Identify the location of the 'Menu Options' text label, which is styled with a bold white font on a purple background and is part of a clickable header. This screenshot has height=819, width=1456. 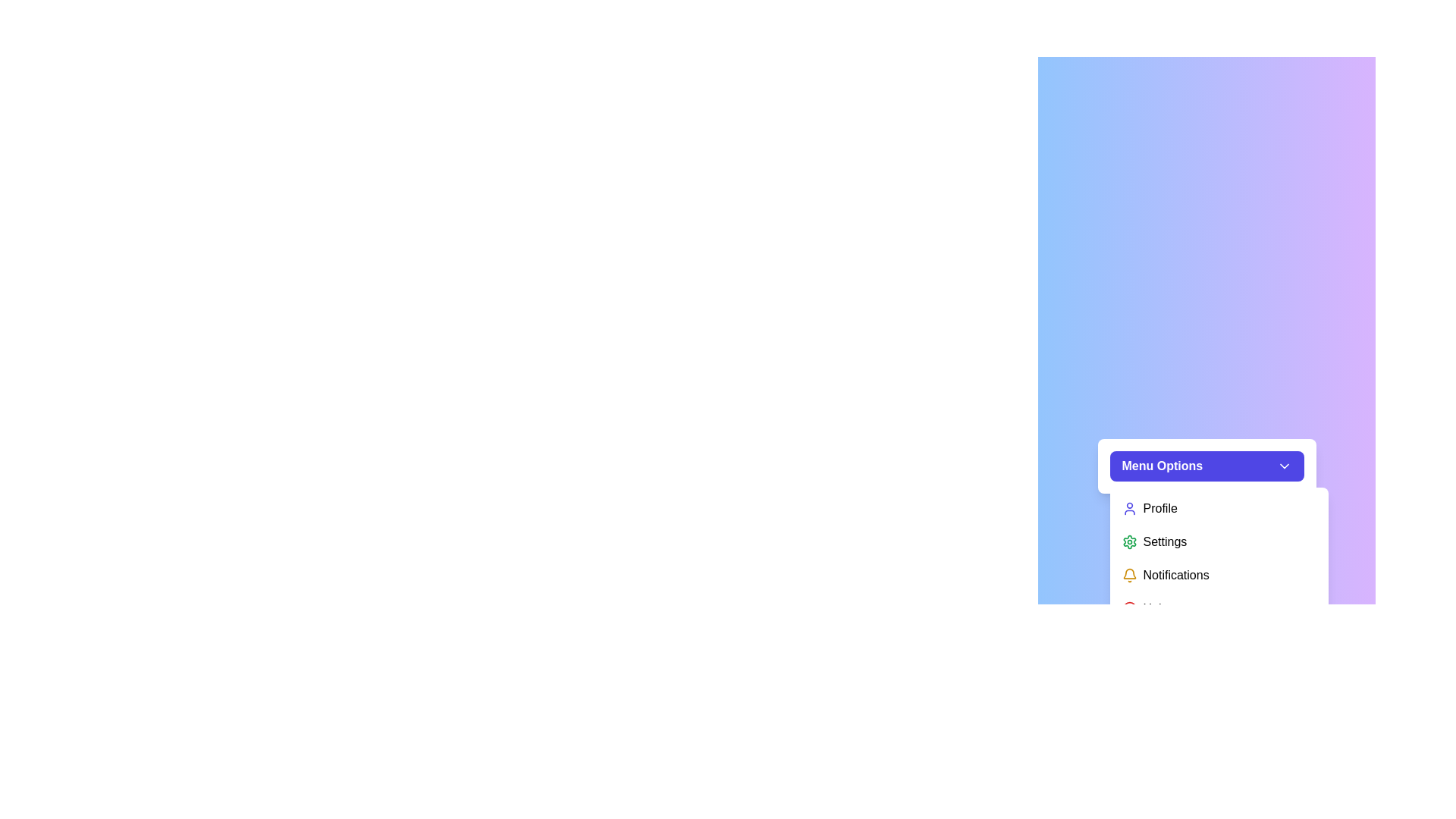
(1161, 465).